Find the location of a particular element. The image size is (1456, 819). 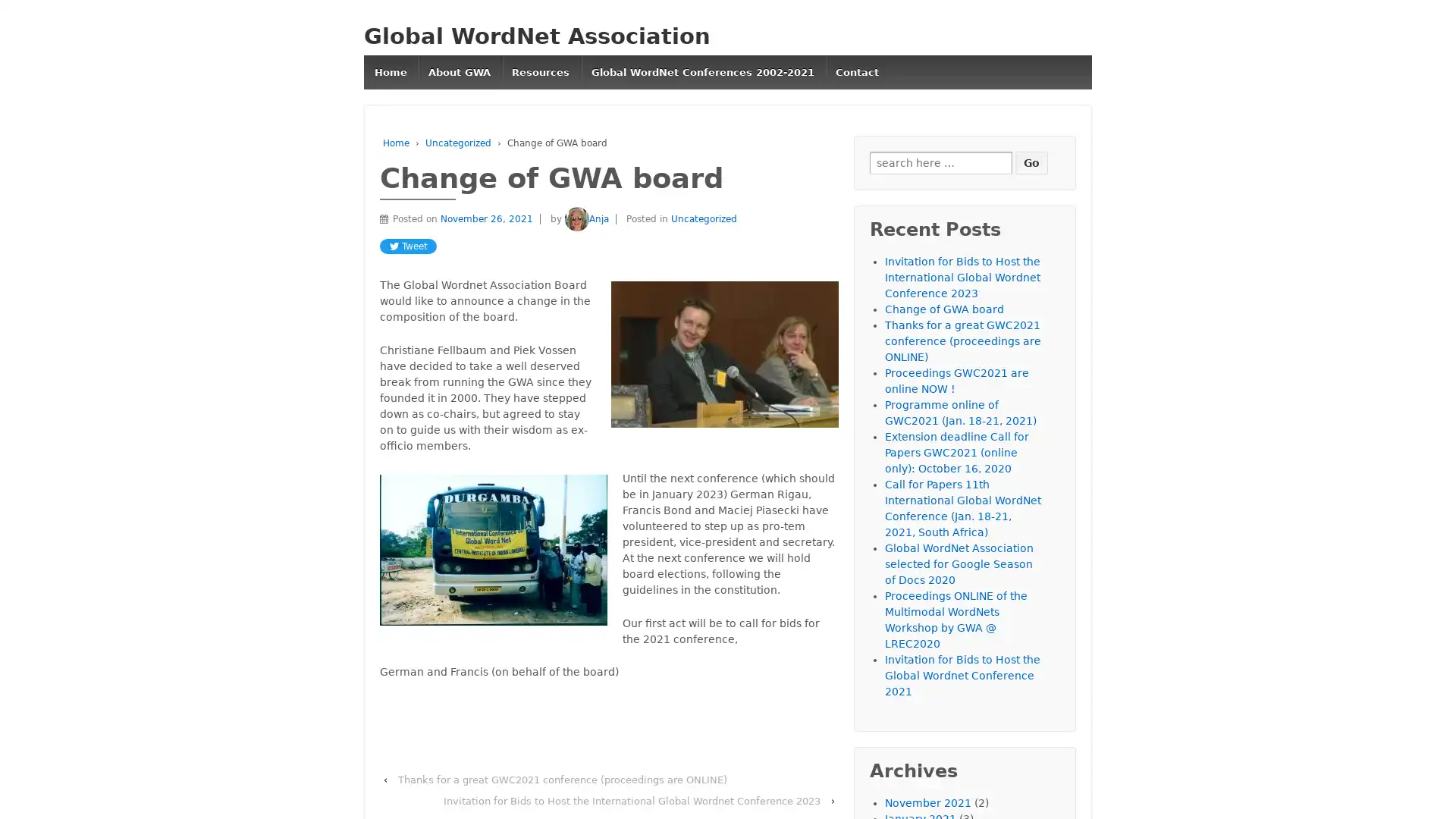

Go is located at coordinates (1031, 162).